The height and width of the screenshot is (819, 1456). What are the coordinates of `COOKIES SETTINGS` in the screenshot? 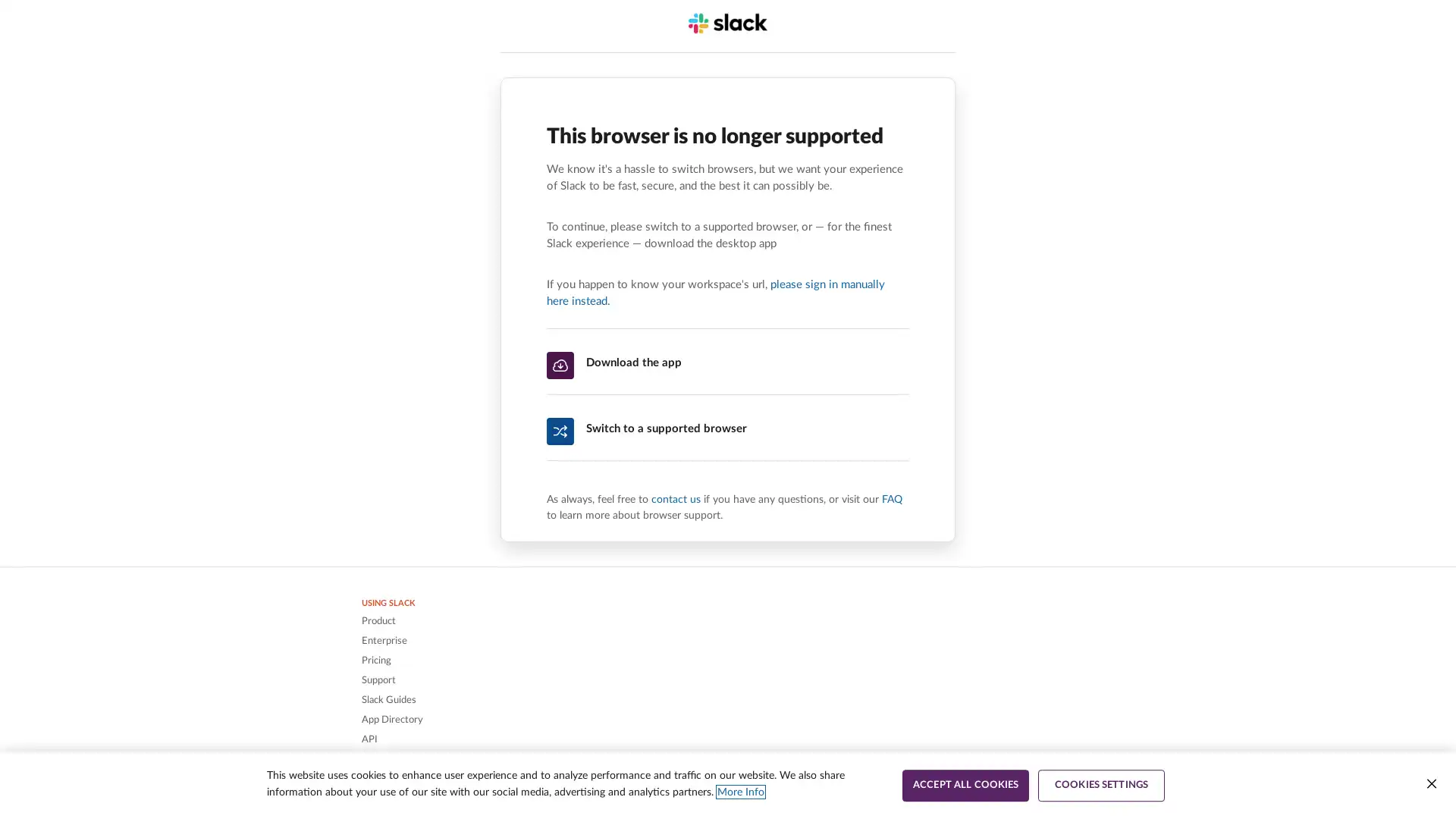 It's located at (1101, 785).